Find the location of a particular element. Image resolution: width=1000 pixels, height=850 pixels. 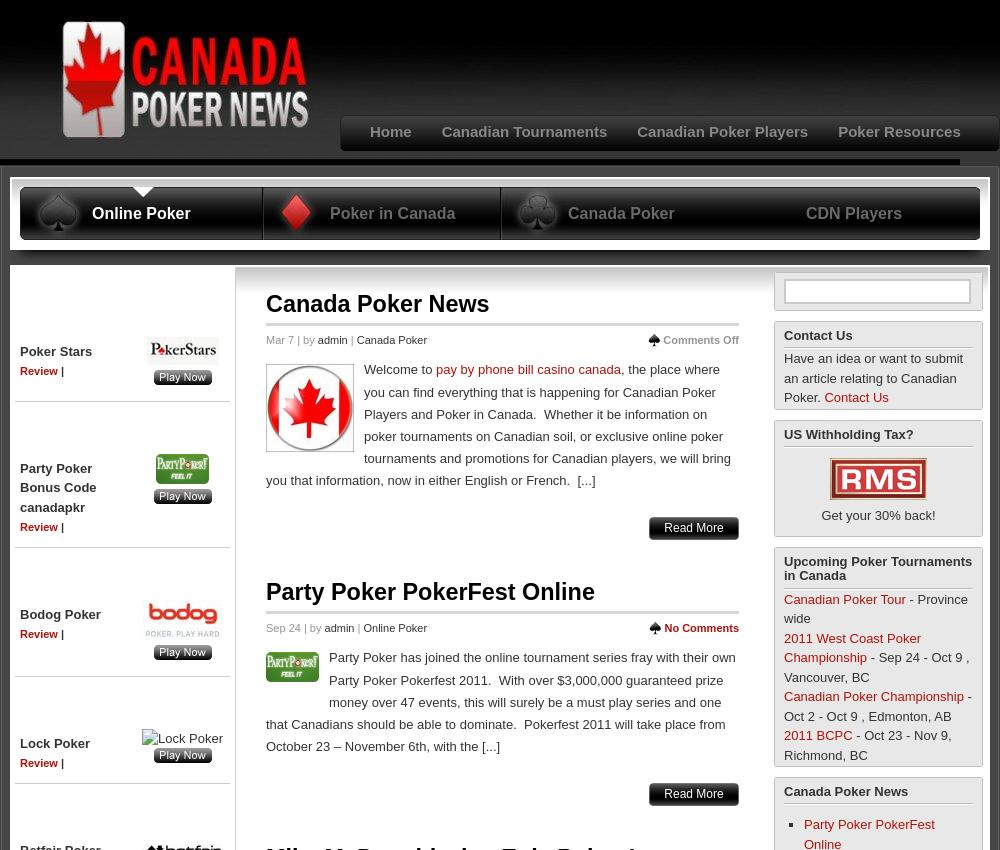

'Party Poker Bonus Code canadapkr' is located at coordinates (20, 486).